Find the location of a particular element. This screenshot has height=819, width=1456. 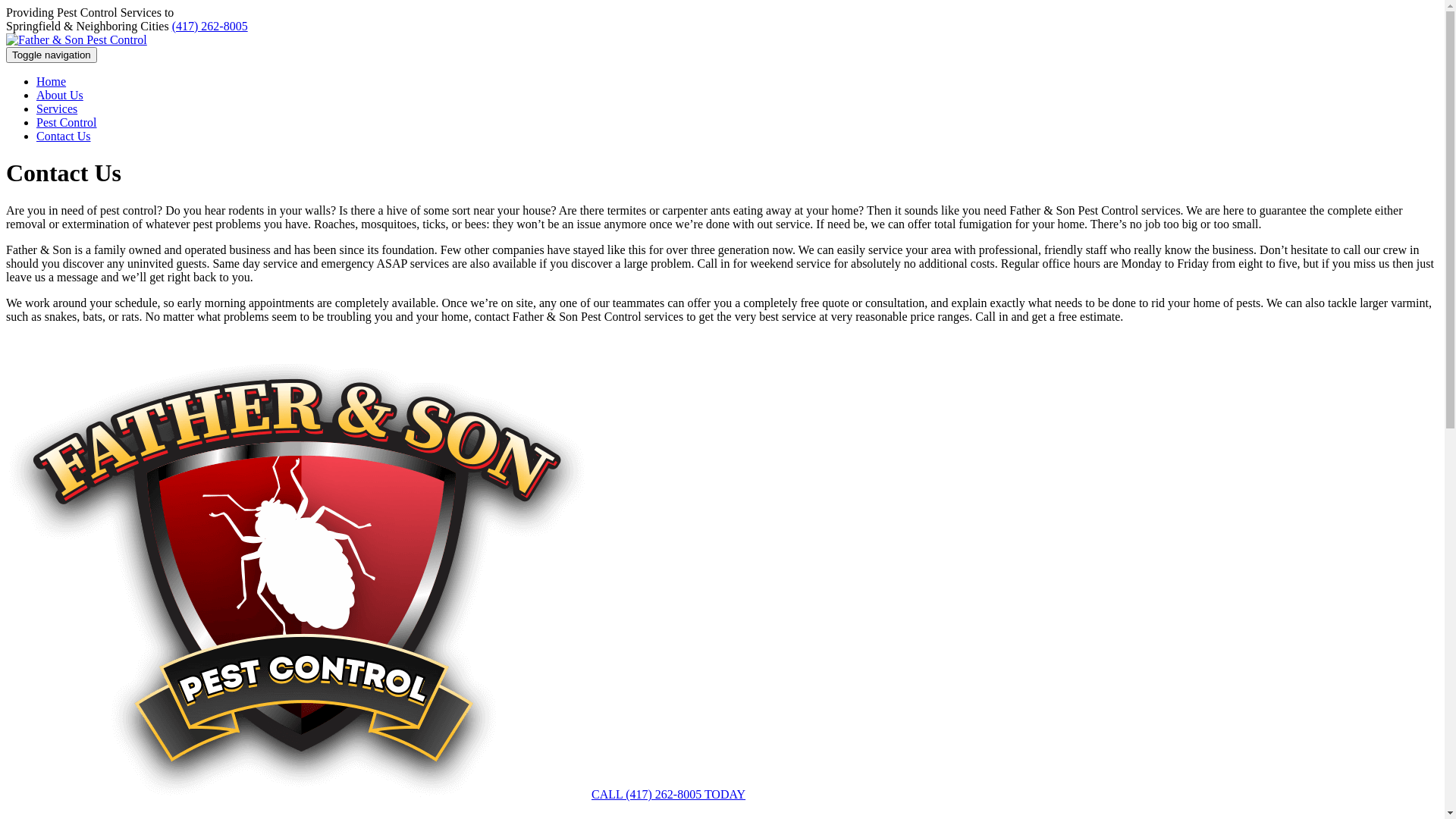

'Services' is located at coordinates (57, 108).